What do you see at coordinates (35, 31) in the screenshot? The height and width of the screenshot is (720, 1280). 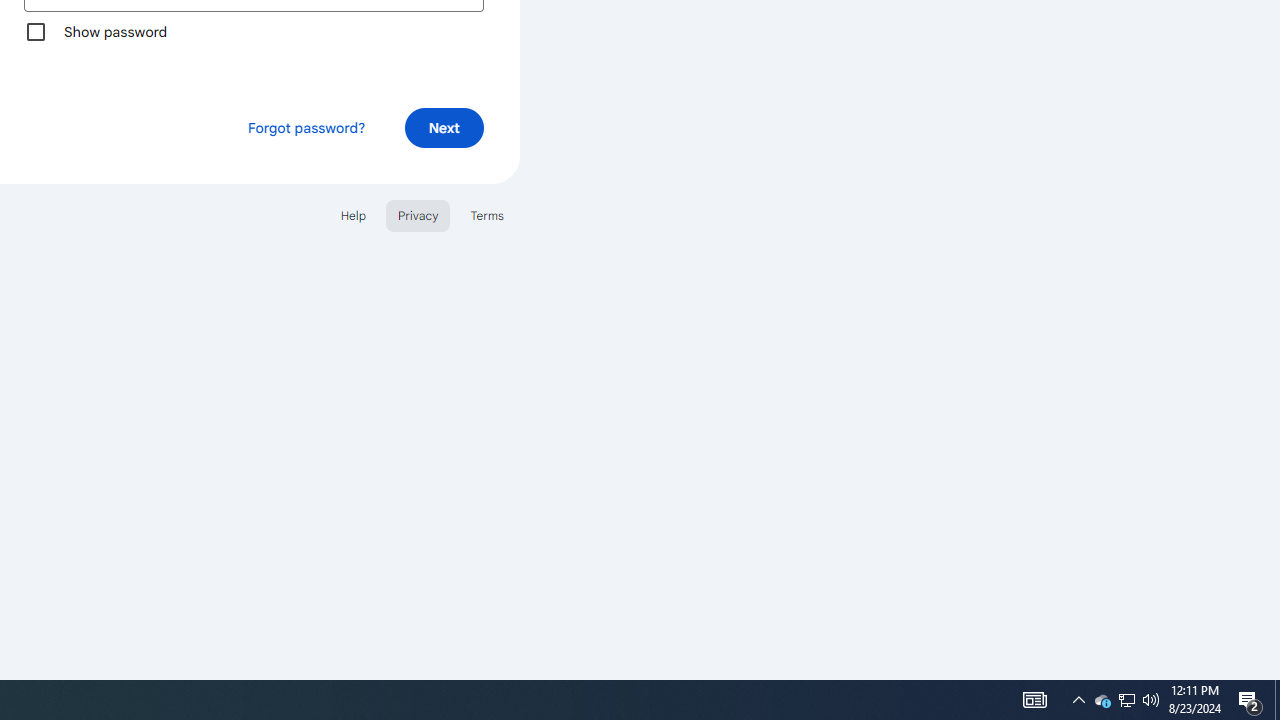 I see `'Show password'` at bounding box center [35, 31].